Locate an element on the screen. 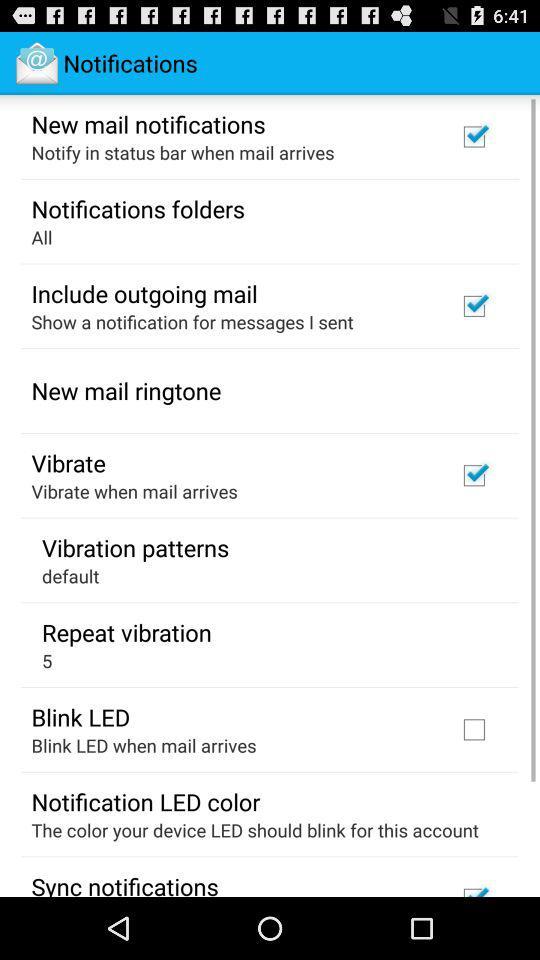  notify in status is located at coordinates (183, 151).